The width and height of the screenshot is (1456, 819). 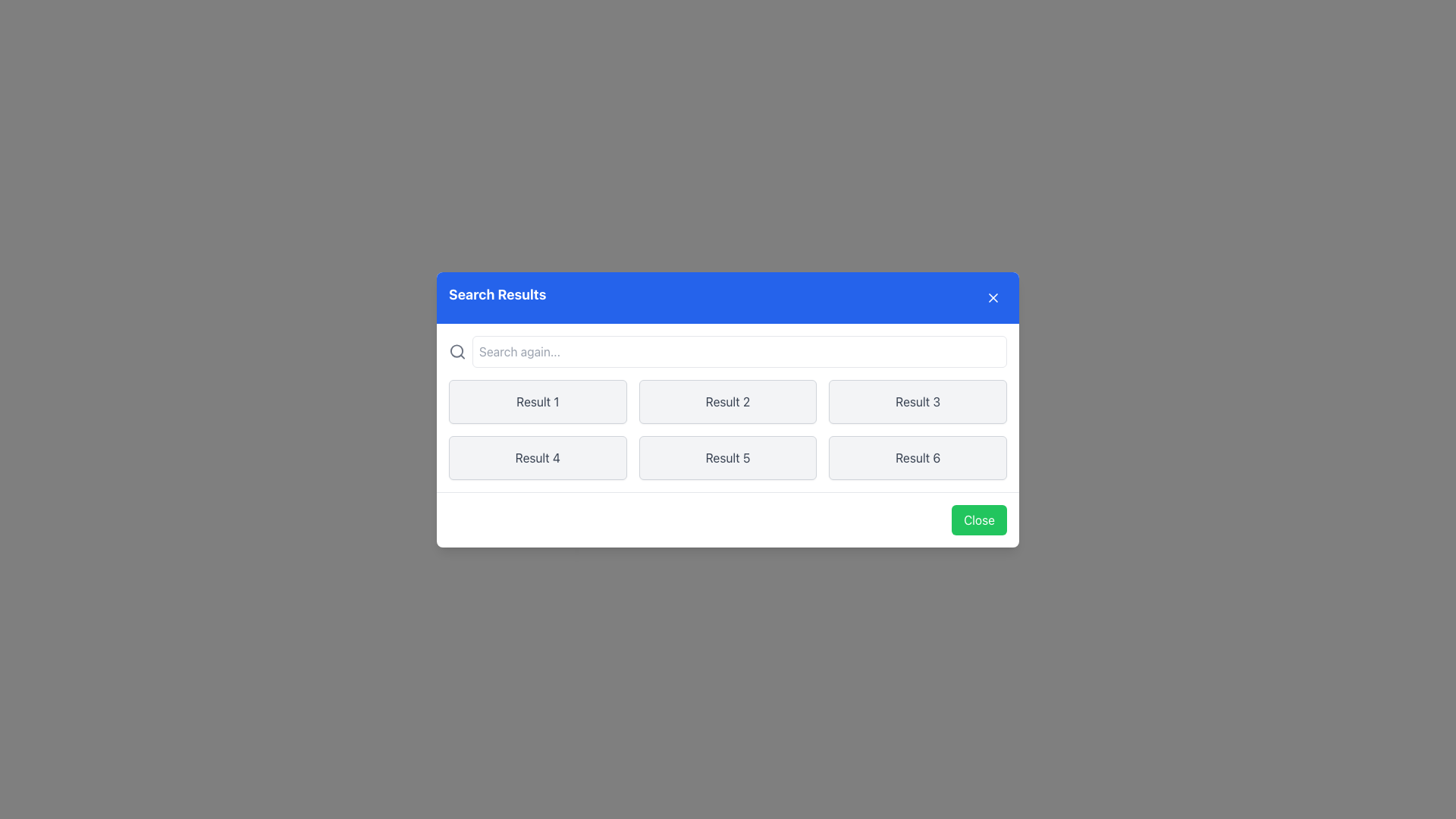 What do you see at coordinates (993, 297) in the screenshot?
I see `the close button located in the top-right corner of the blue header bar of the modal window` at bounding box center [993, 297].